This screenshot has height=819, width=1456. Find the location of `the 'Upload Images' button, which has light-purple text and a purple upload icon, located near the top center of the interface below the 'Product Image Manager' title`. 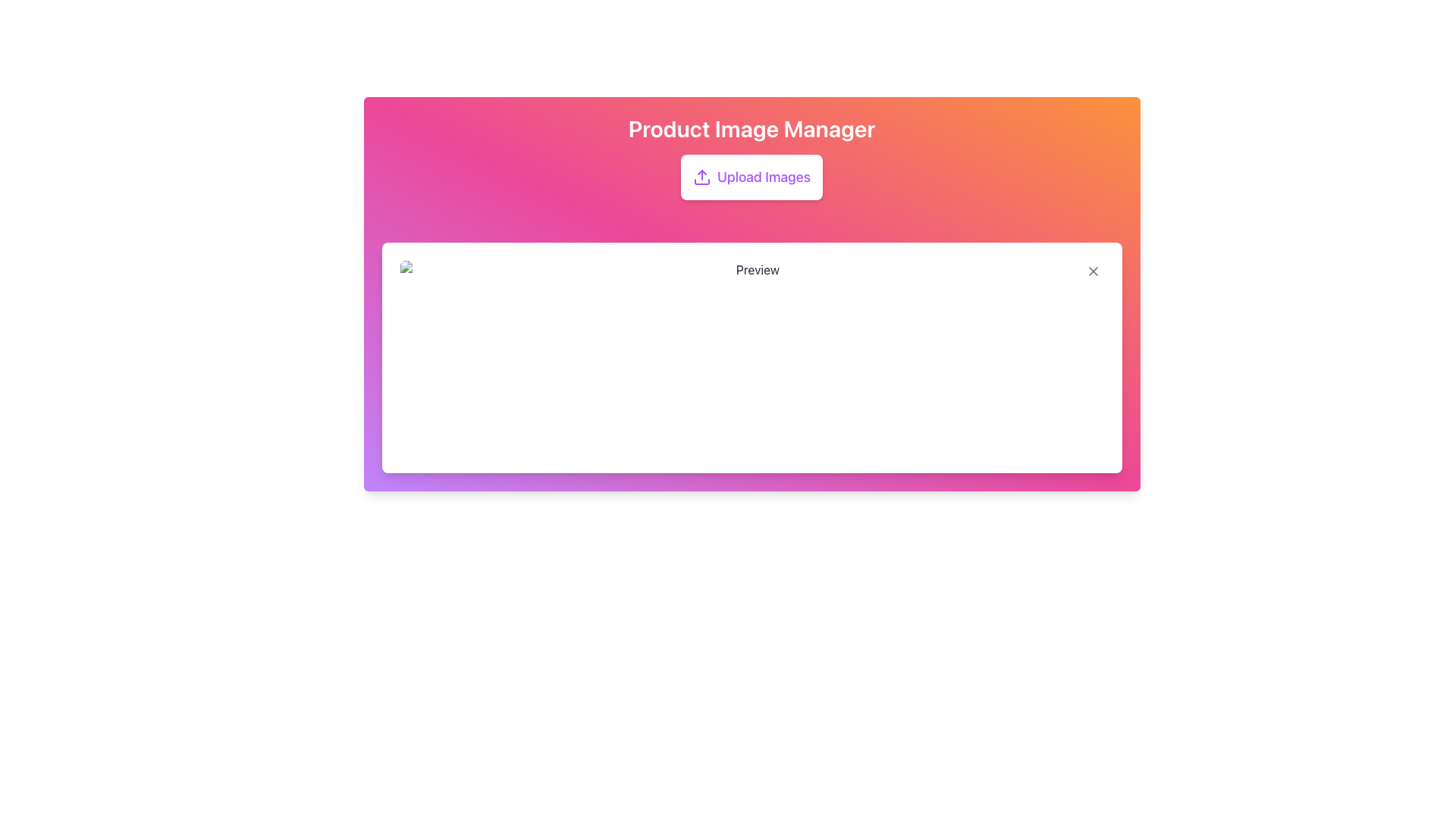

the 'Upload Images' button, which has light-purple text and a purple upload icon, located near the top center of the interface below the 'Product Image Manager' title is located at coordinates (752, 177).